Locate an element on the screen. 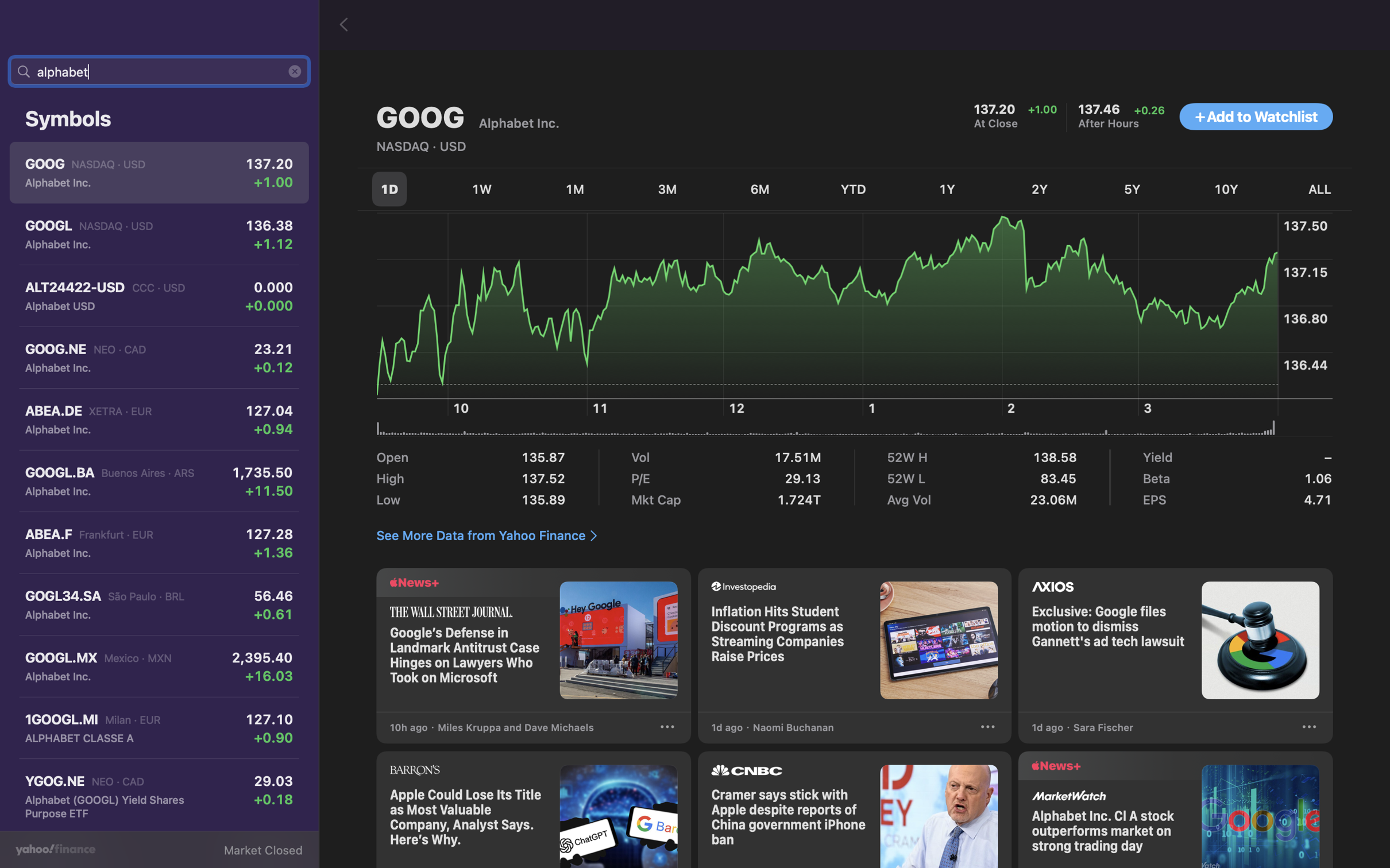  Assign the stock to the watchlist is located at coordinates (1256, 117).